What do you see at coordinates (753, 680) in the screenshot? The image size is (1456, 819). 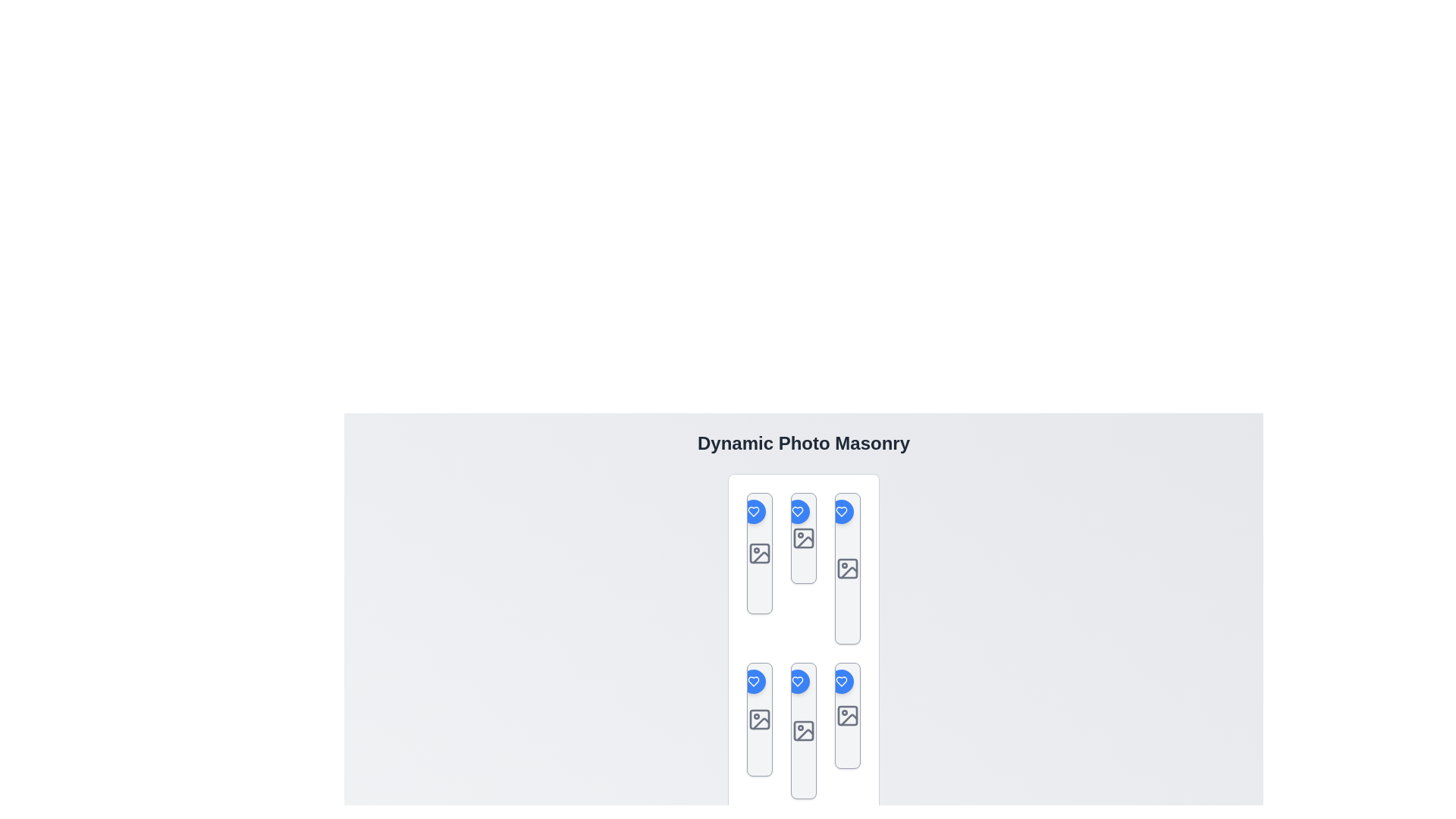 I see `the heart icon located within the rounded blue button at the top-right corner of the card` at bounding box center [753, 680].